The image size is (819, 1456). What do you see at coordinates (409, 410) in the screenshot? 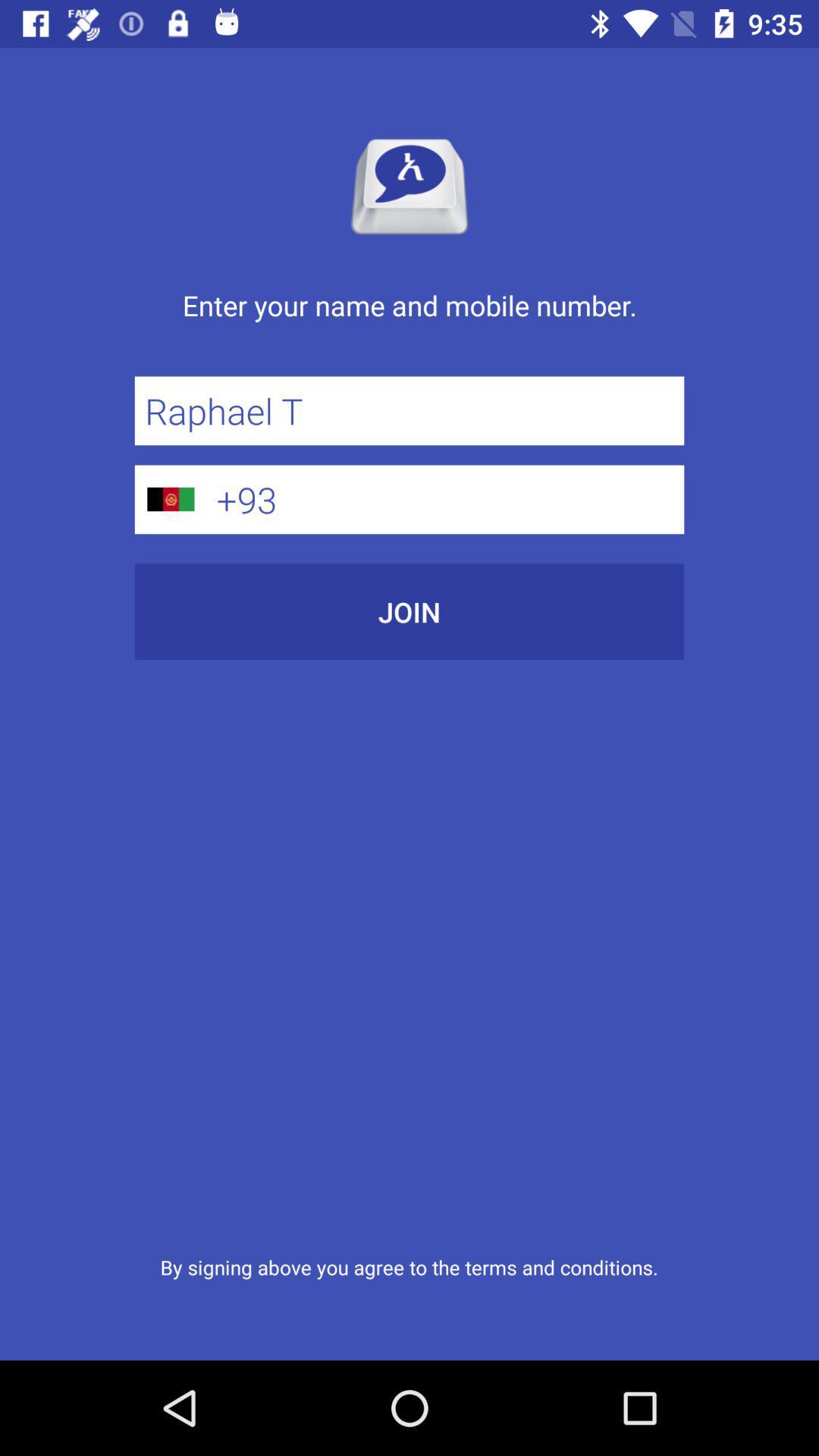
I see `the raphael t` at bounding box center [409, 410].